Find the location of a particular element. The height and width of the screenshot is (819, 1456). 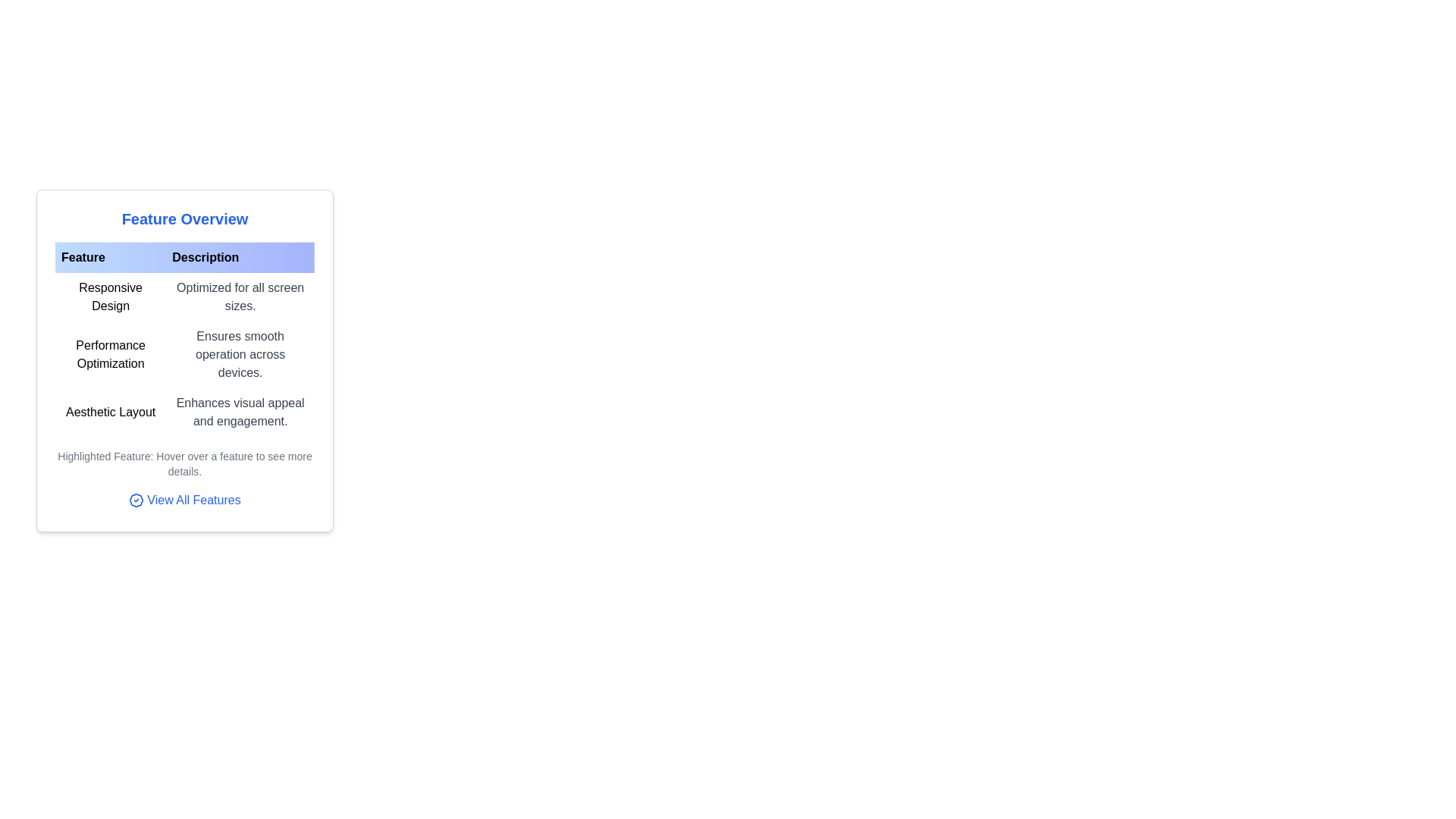

the main circular shape of the Decorative SVG graphic, which serves as a badge-like indicator for verification within the interface is located at coordinates (136, 500).